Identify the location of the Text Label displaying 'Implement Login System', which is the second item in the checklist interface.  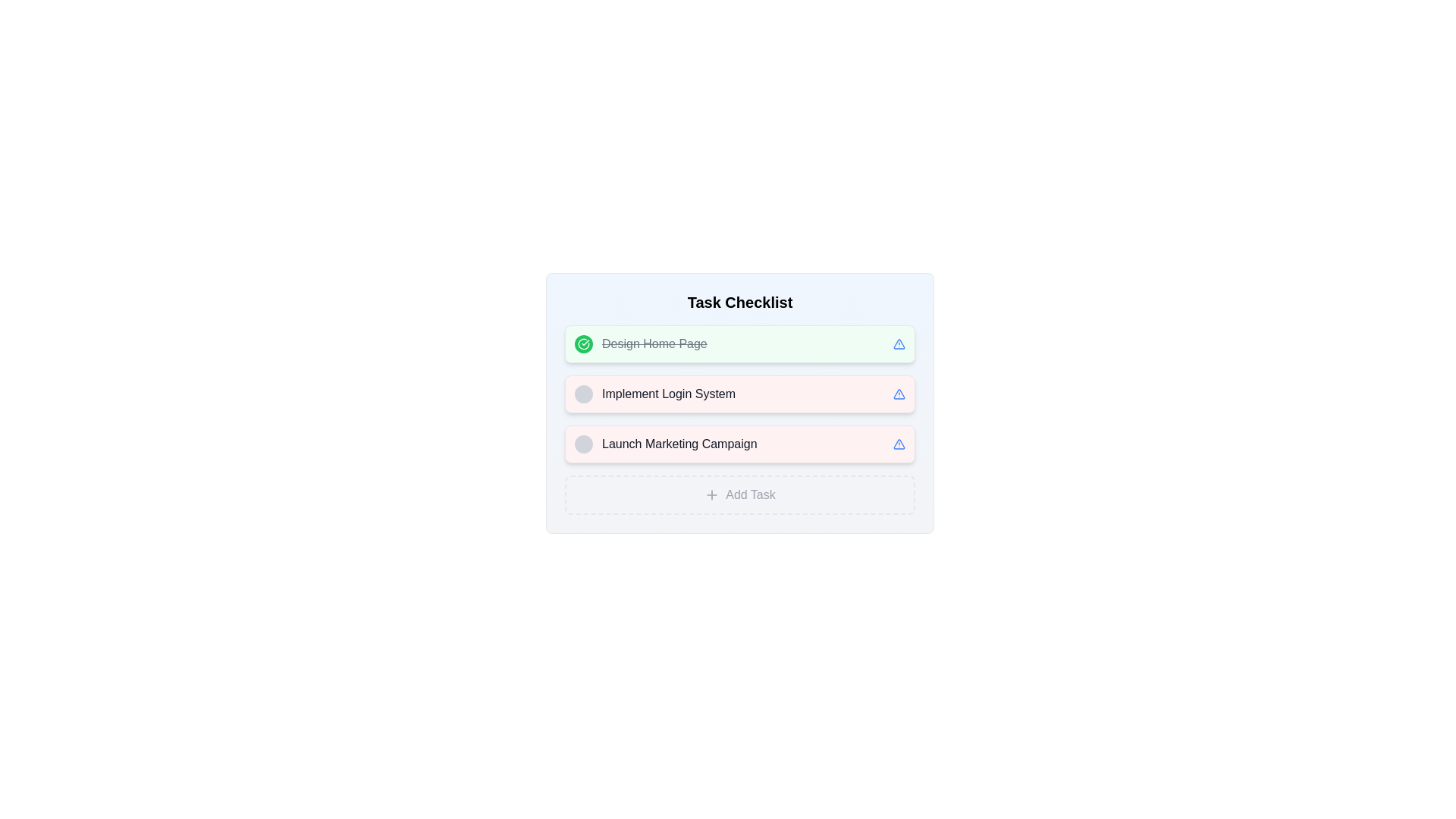
(668, 394).